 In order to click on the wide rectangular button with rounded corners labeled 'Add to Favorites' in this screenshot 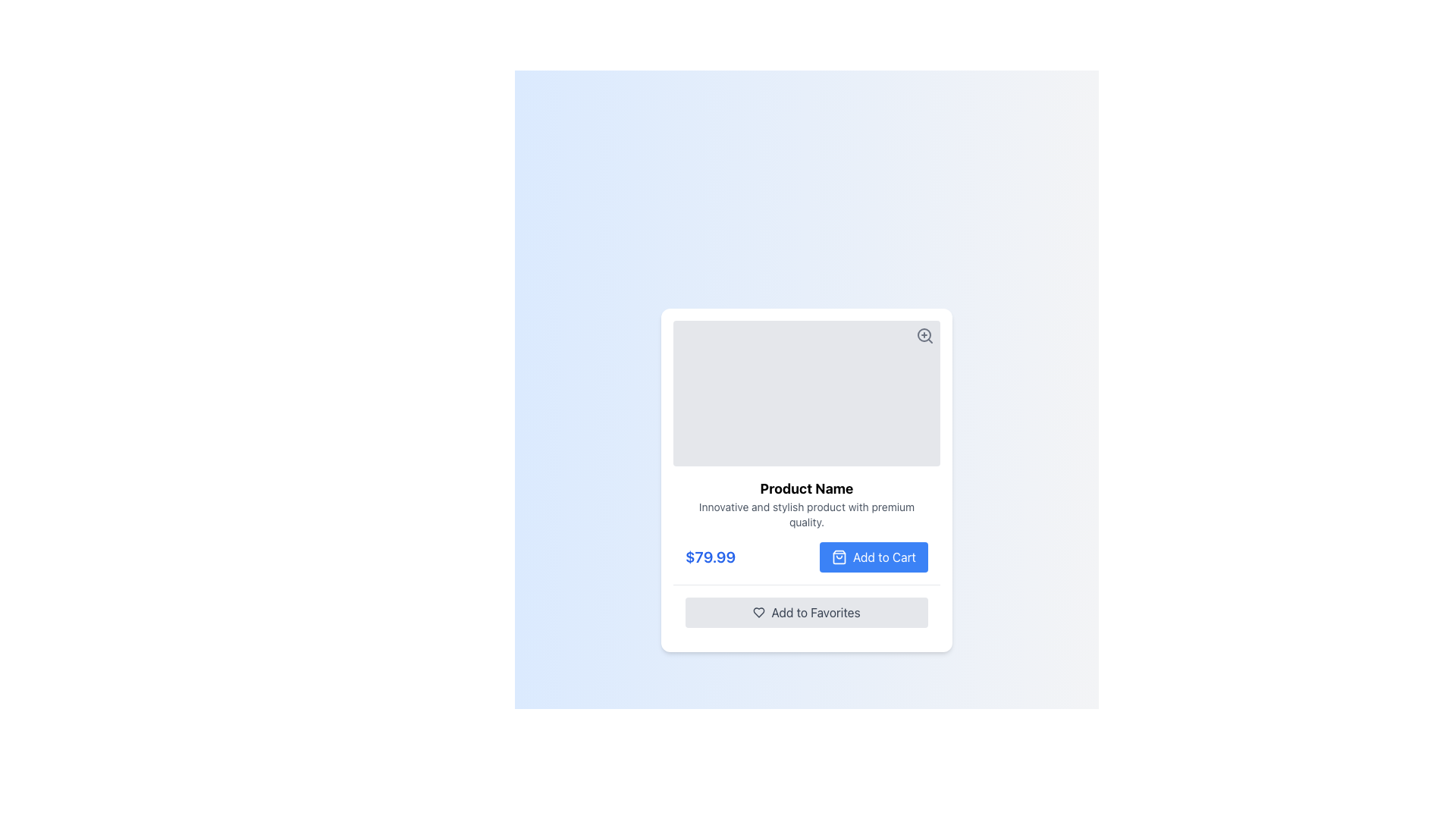, I will do `click(806, 611)`.